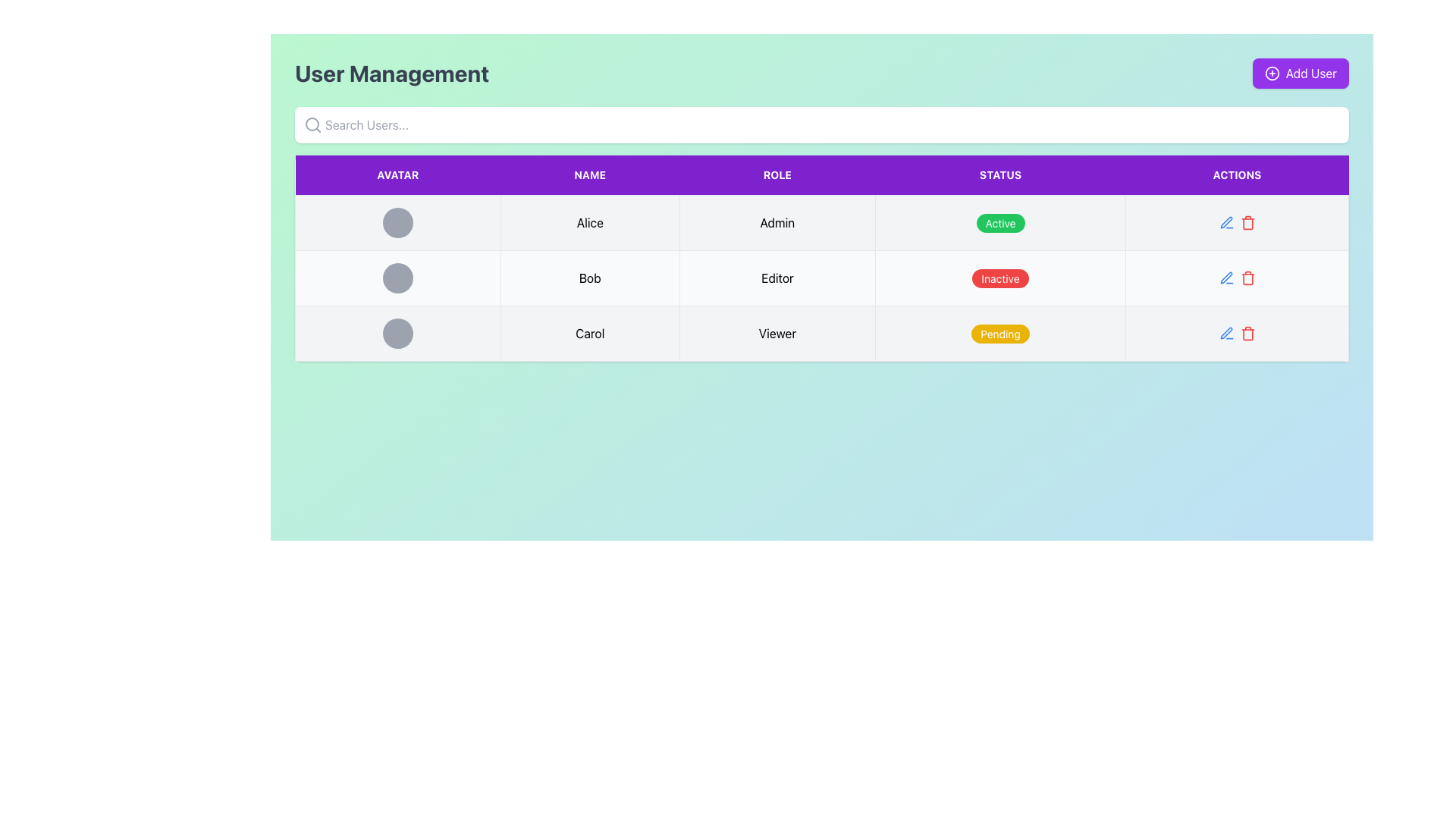 Image resolution: width=1456 pixels, height=819 pixels. What do you see at coordinates (1247, 278) in the screenshot?
I see `the delete icon button located in the 'Actions' column of the second row in the table` at bounding box center [1247, 278].